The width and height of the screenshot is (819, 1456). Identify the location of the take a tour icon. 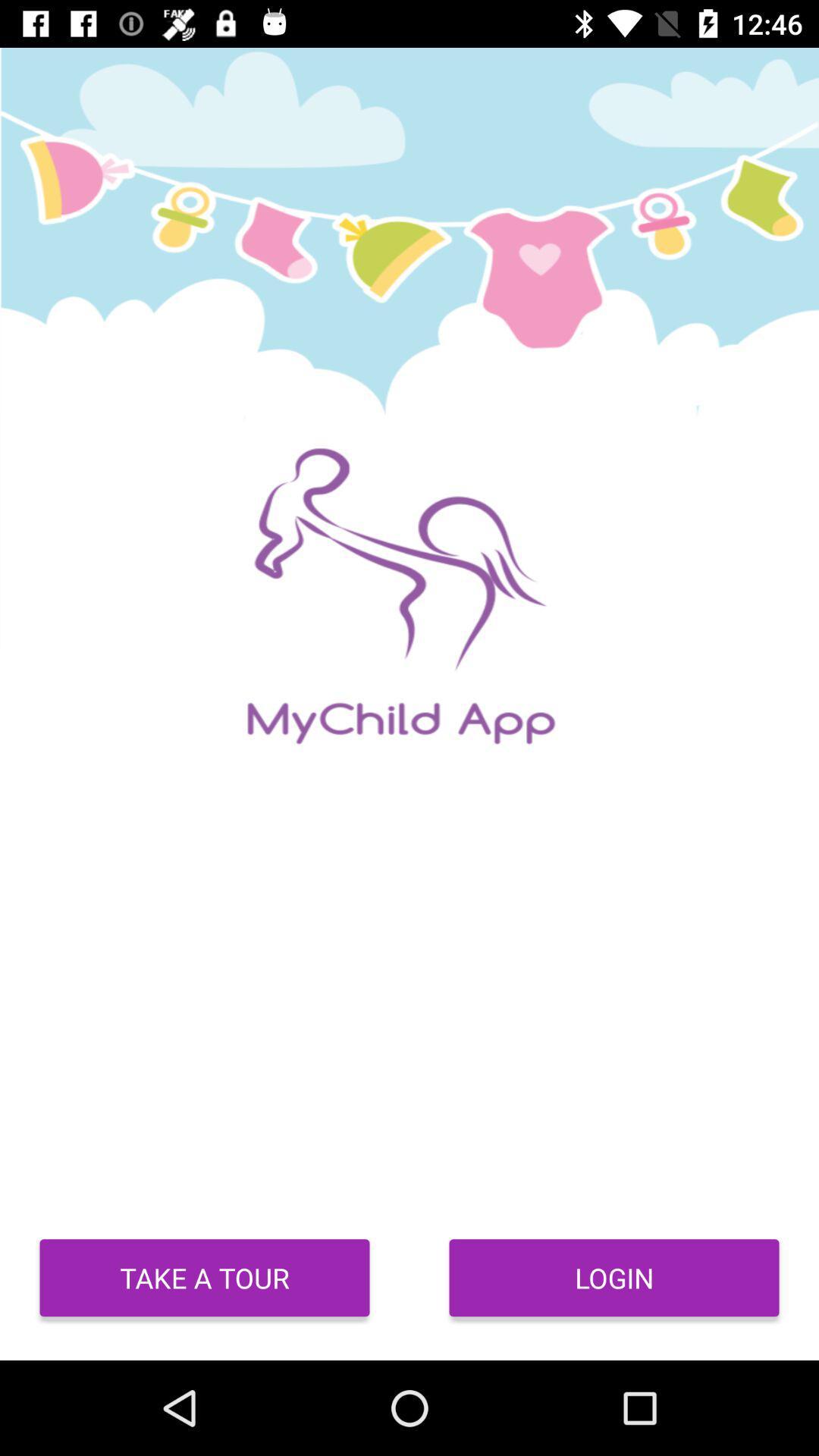
(205, 1277).